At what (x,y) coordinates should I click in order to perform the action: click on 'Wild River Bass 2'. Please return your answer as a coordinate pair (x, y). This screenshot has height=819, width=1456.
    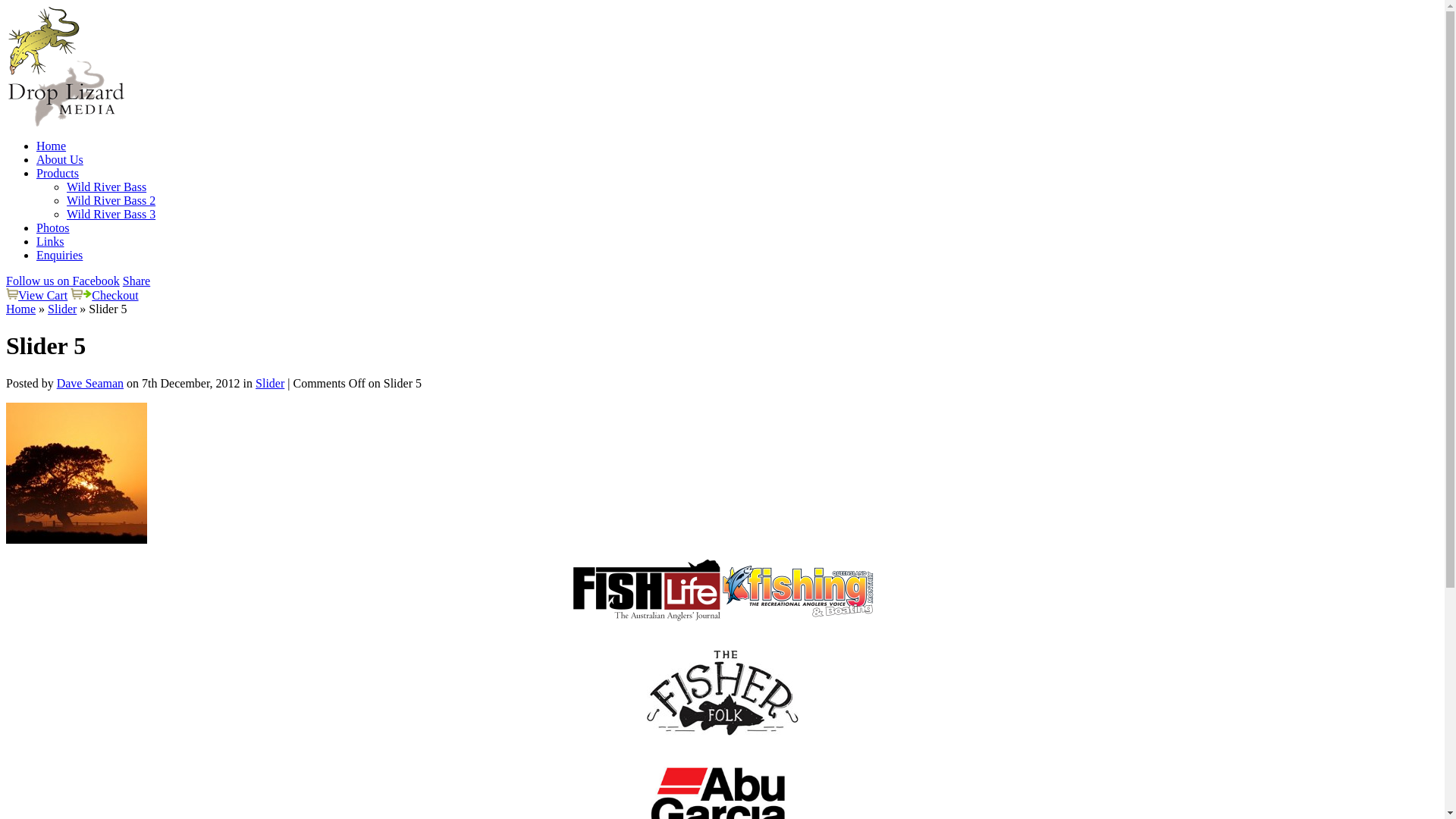
    Looking at the image, I should click on (65, 199).